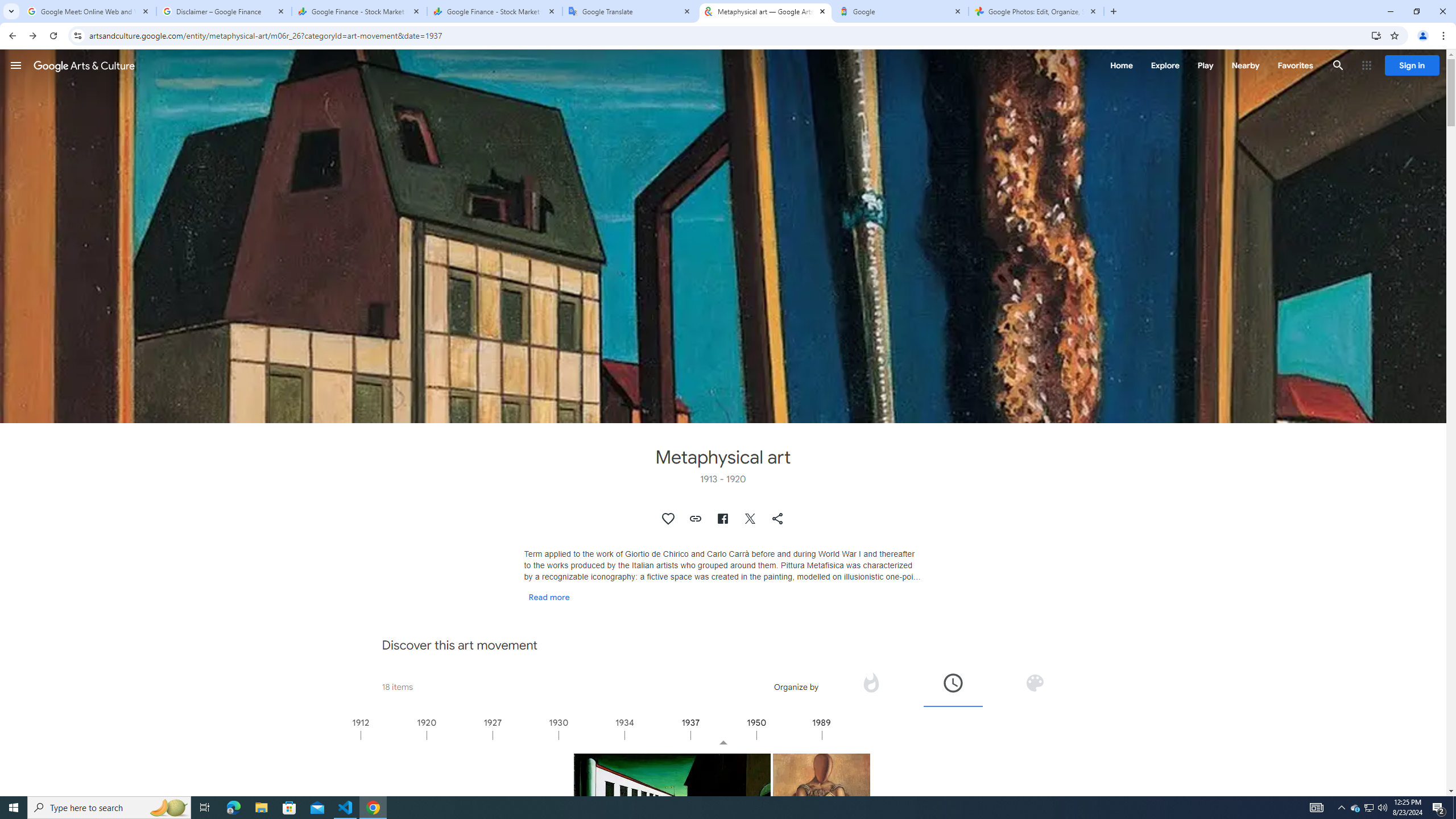 The image size is (1456, 819). What do you see at coordinates (723, 734) in the screenshot?
I see `'1937'` at bounding box center [723, 734].